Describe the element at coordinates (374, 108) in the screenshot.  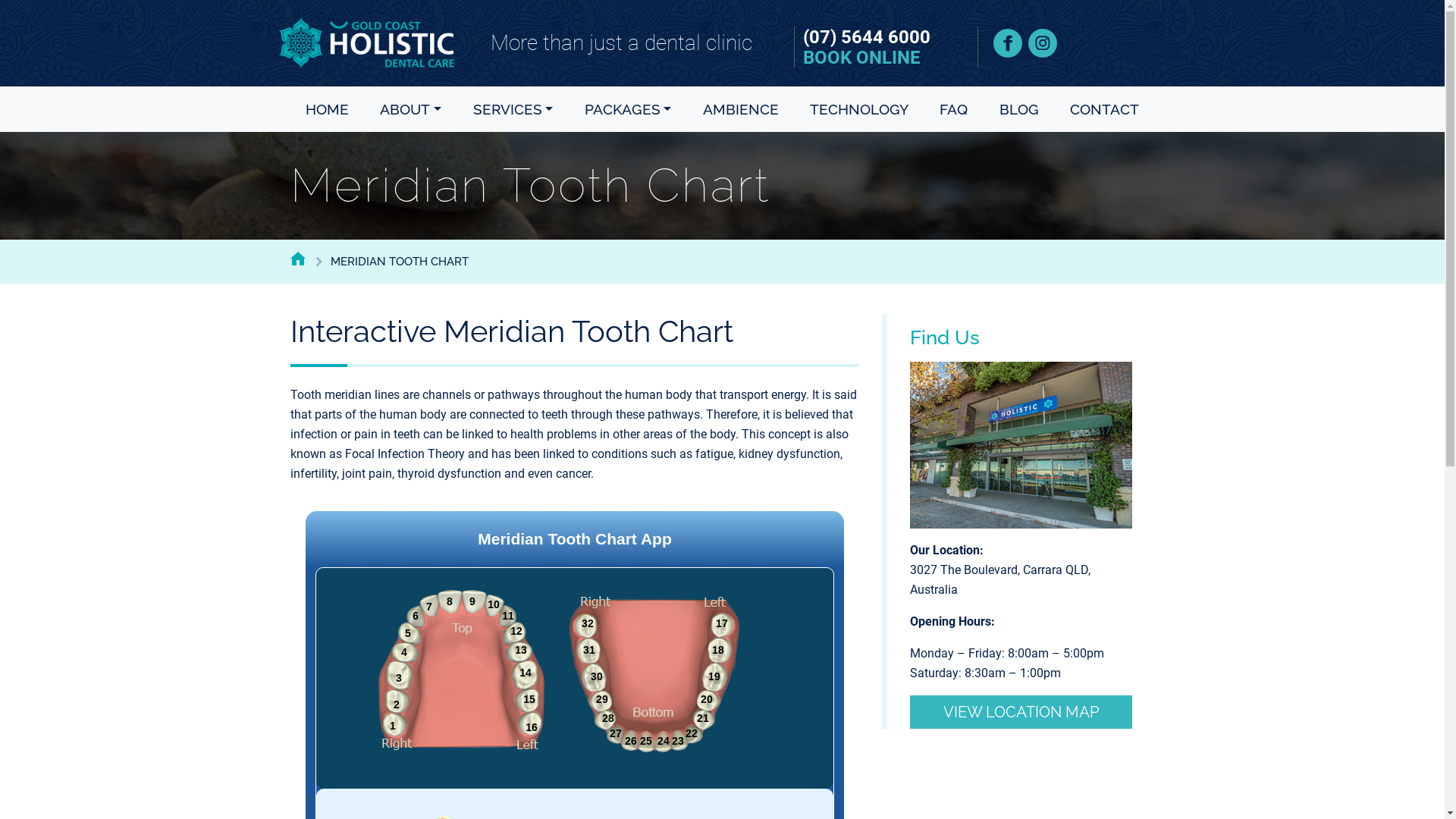
I see `'ABOUT'` at that location.